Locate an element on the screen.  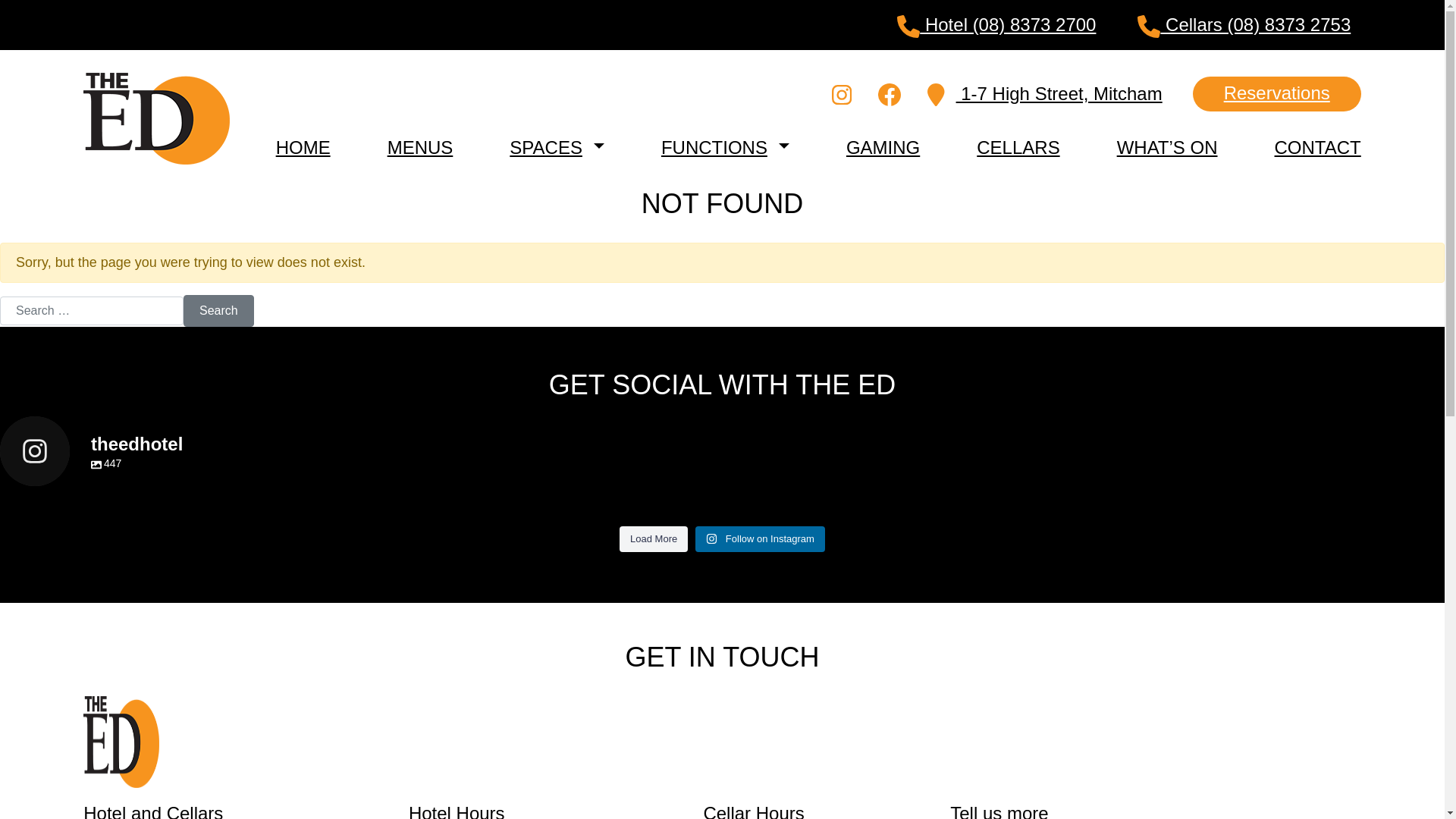
'Follow on Instagram' is located at coordinates (760, 538).